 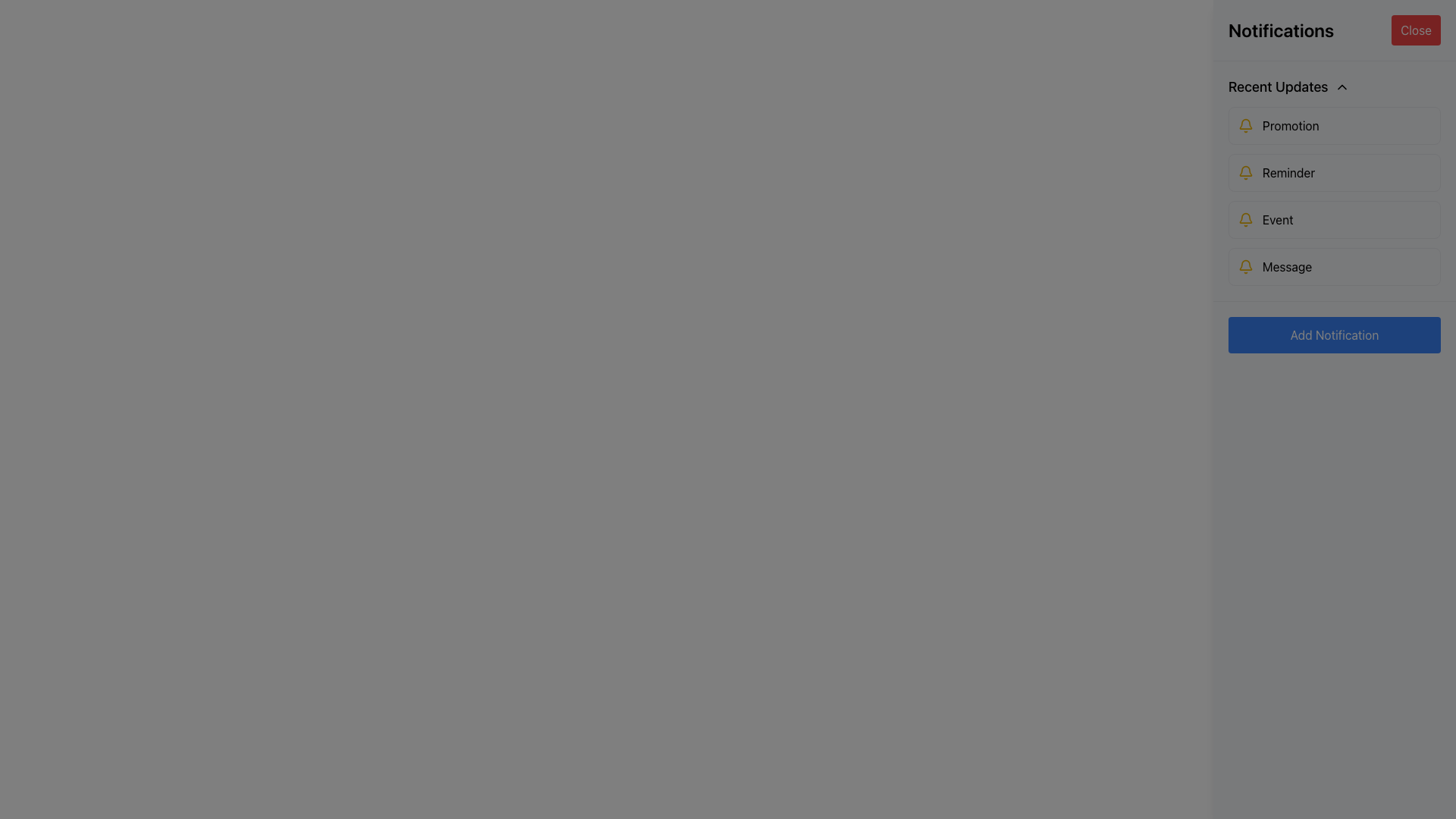 I want to click on the 'Promotion' notification button located under 'Recent Updates', so click(x=1335, y=124).